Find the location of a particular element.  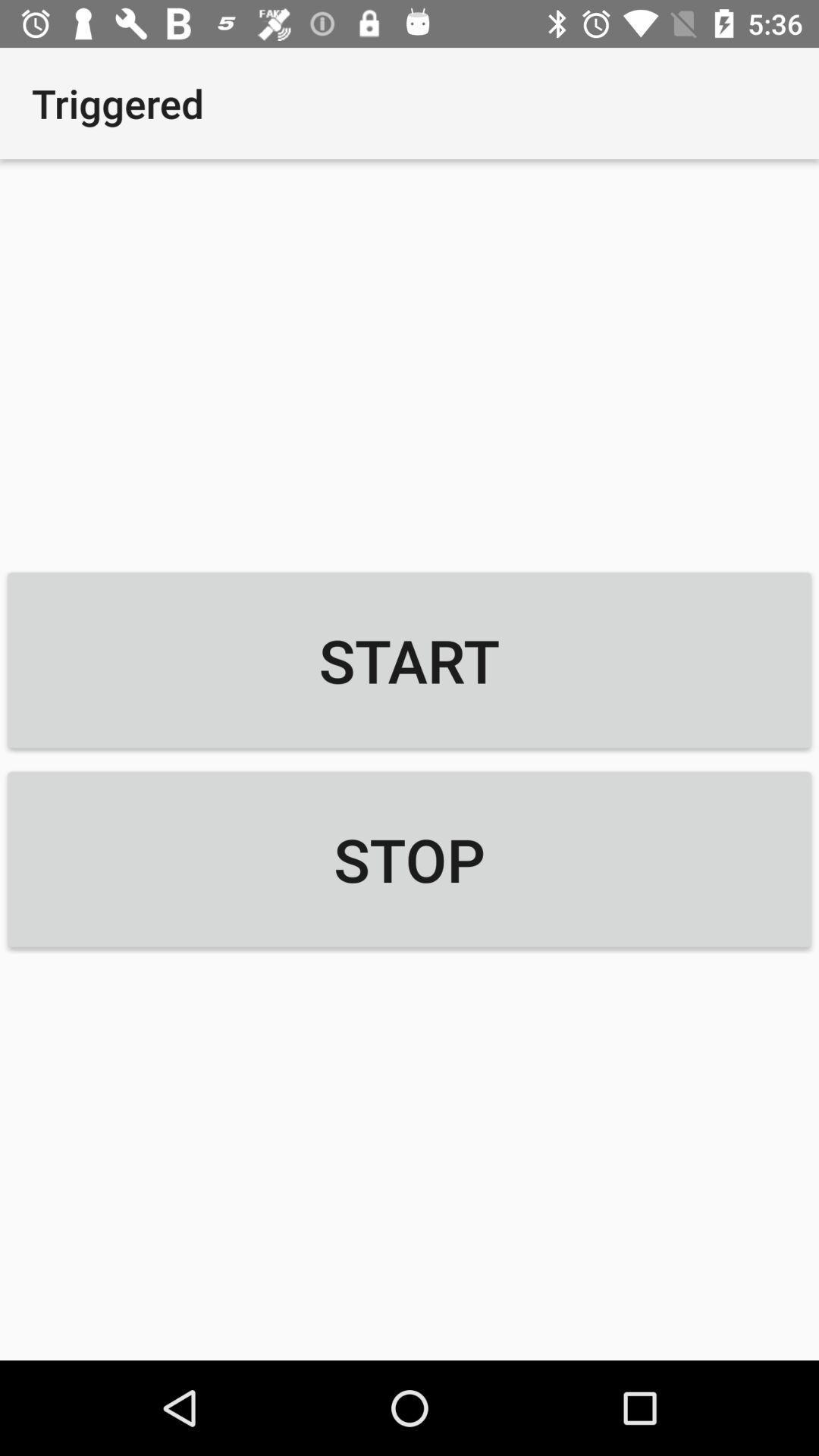

the stop is located at coordinates (409, 859).